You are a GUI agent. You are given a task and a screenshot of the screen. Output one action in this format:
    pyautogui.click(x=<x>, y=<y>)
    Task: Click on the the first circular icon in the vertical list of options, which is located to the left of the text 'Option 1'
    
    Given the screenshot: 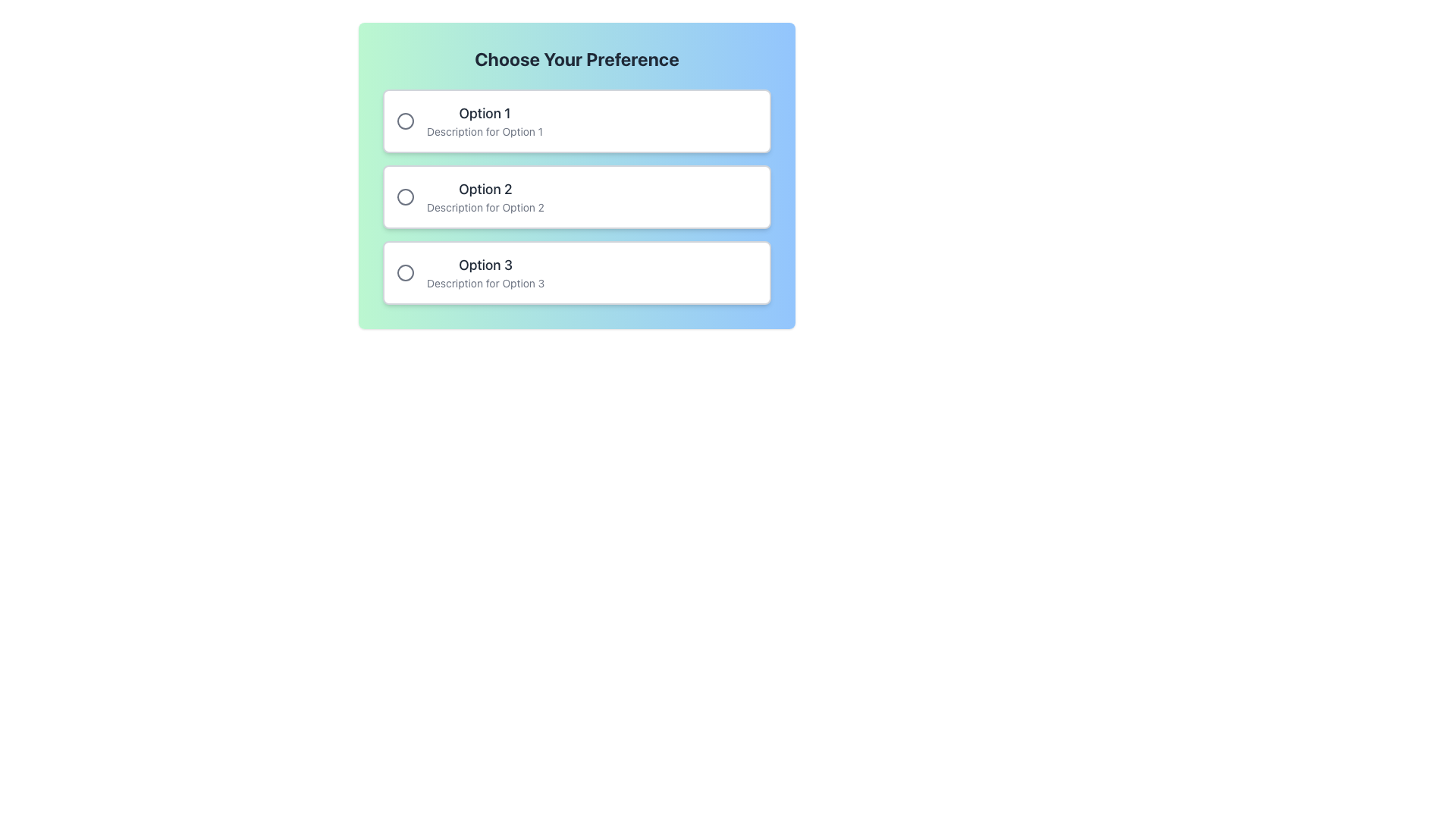 What is the action you would take?
    pyautogui.click(x=405, y=120)
    